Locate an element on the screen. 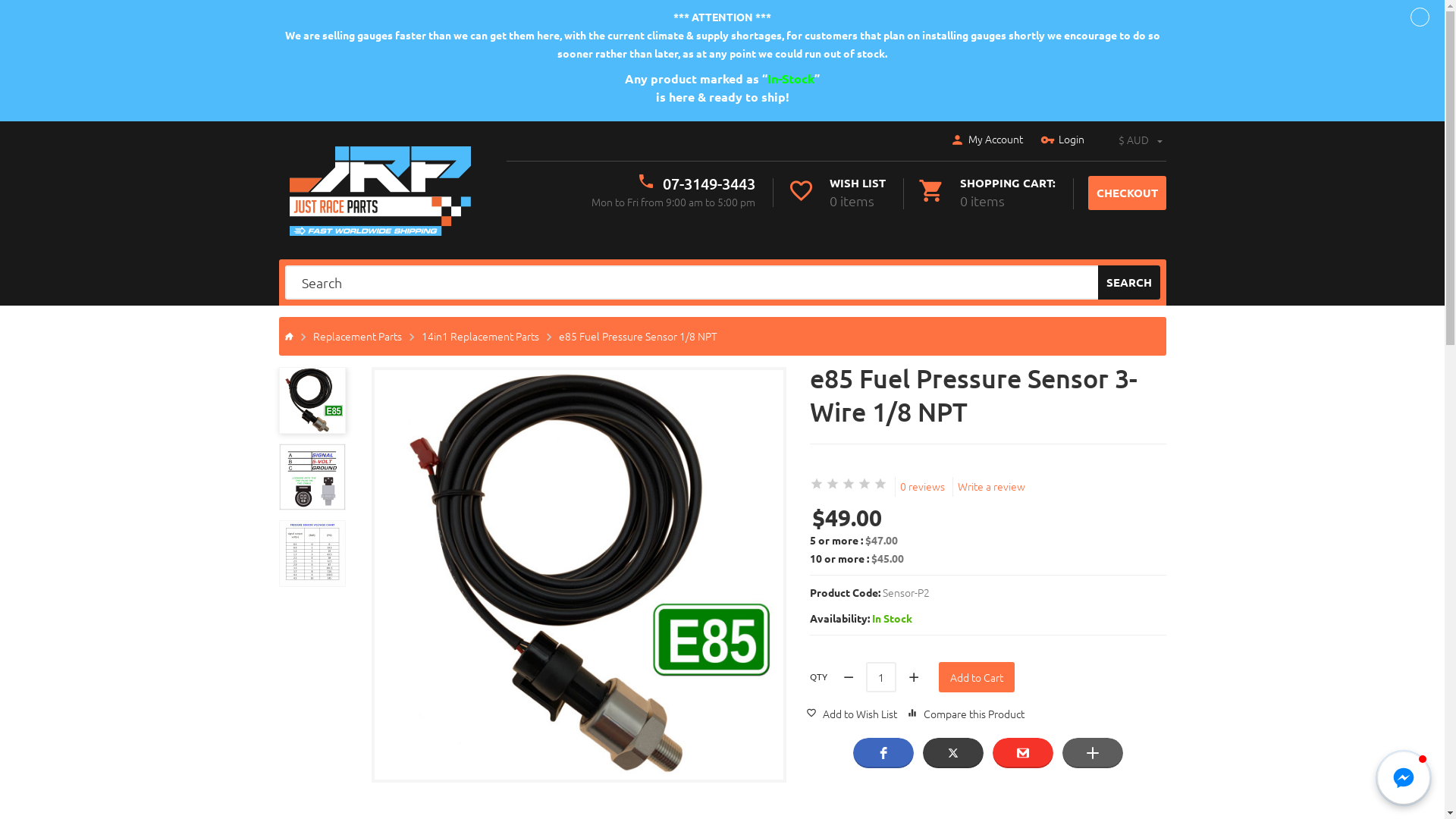 This screenshot has height=819, width=1456. 'WISH LIST is located at coordinates (835, 192).